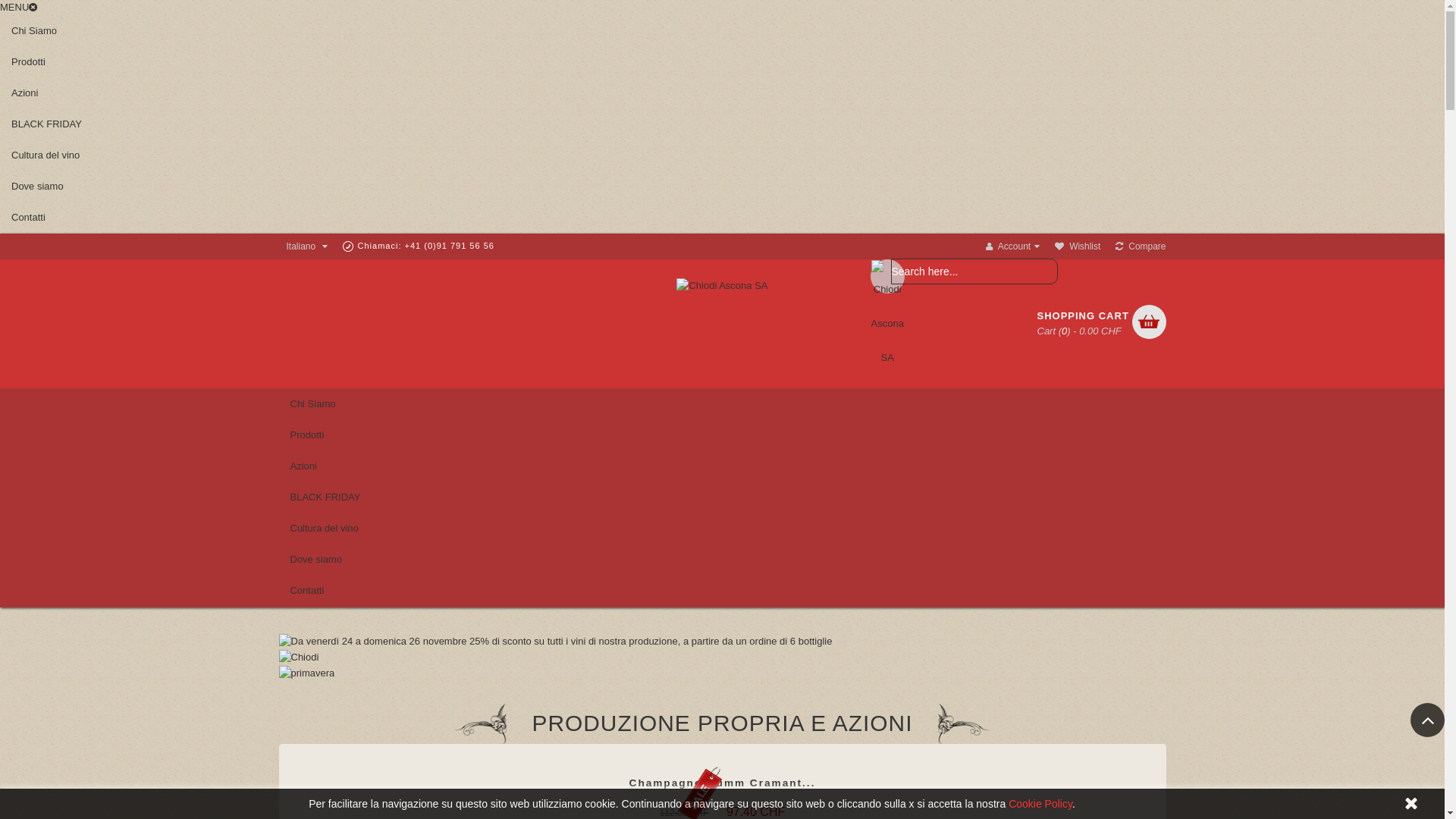 The image size is (1456, 819). What do you see at coordinates (1115, 245) in the screenshot?
I see `'Compare'` at bounding box center [1115, 245].